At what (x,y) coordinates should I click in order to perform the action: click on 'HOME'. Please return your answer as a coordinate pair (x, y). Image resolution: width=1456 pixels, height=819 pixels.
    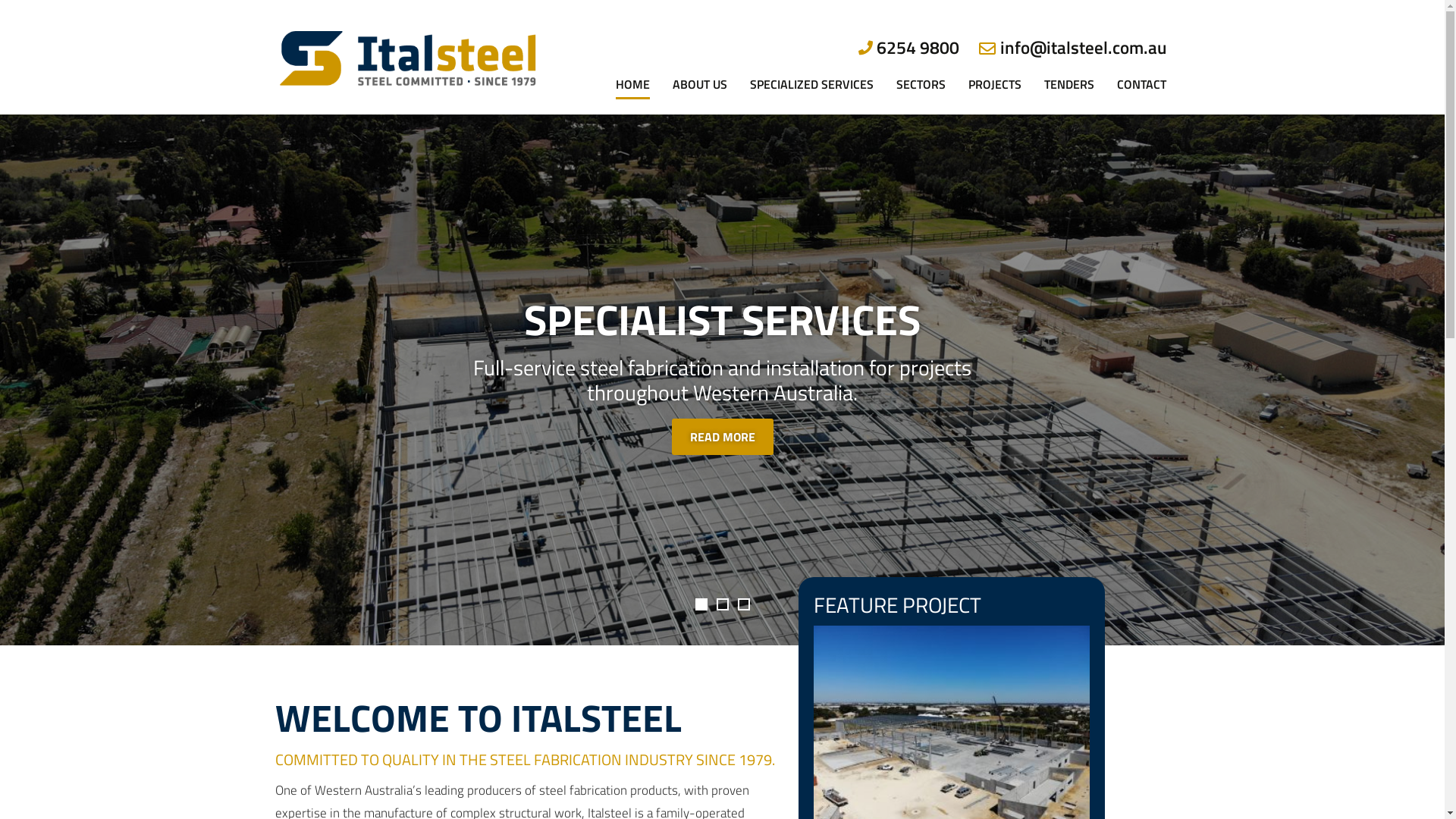
    Looking at the image, I should click on (611, 58).